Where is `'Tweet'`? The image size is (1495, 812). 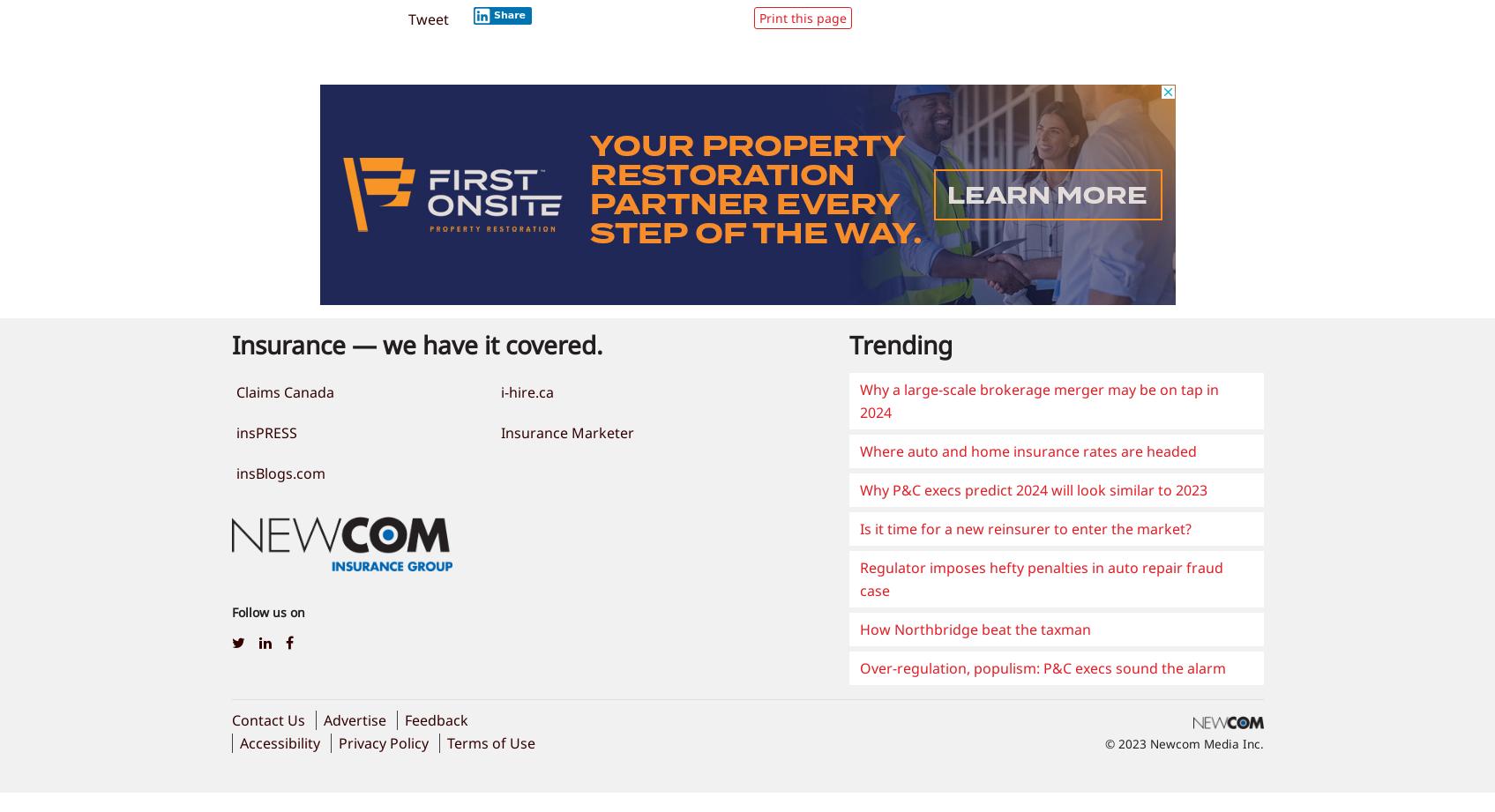
'Tweet' is located at coordinates (407, 19).